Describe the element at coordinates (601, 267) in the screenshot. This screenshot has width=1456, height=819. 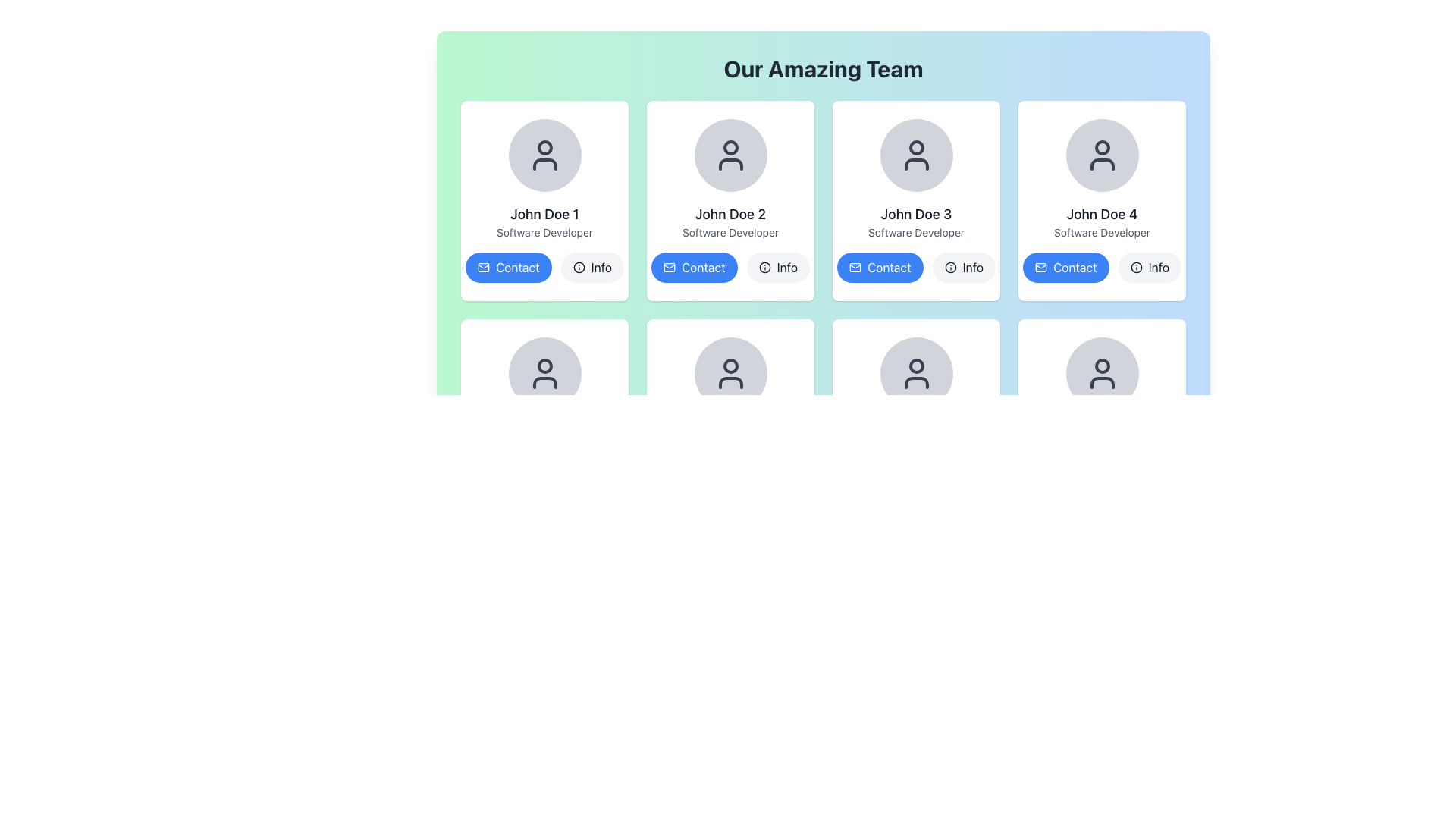
I see `the 'Info' text label located at the bottom-right corner of the user card displaying 'John Doe 1', which is aligned with a circular icon containing an 'i' symbol` at that location.